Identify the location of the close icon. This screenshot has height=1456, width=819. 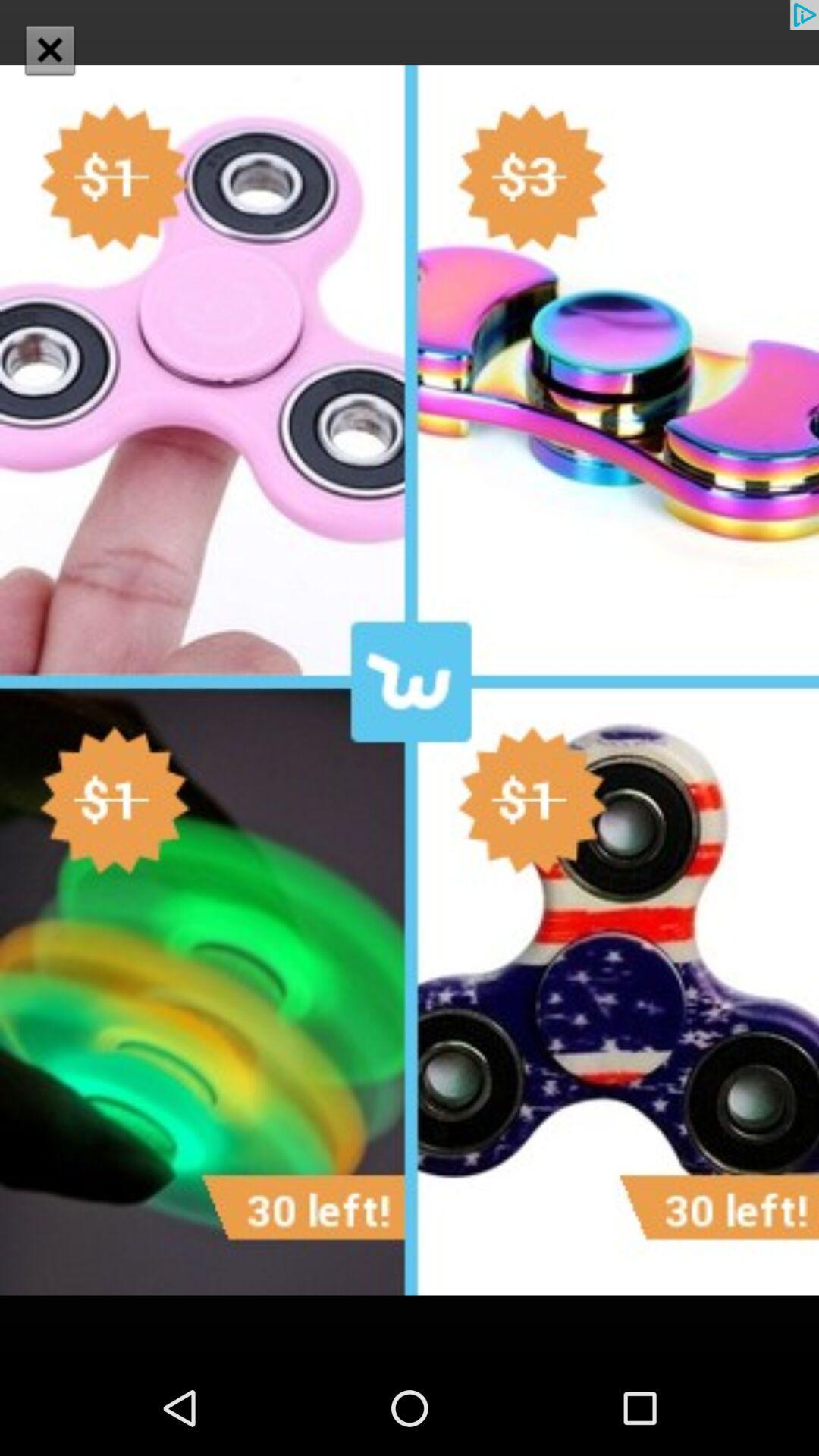
(49, 53).